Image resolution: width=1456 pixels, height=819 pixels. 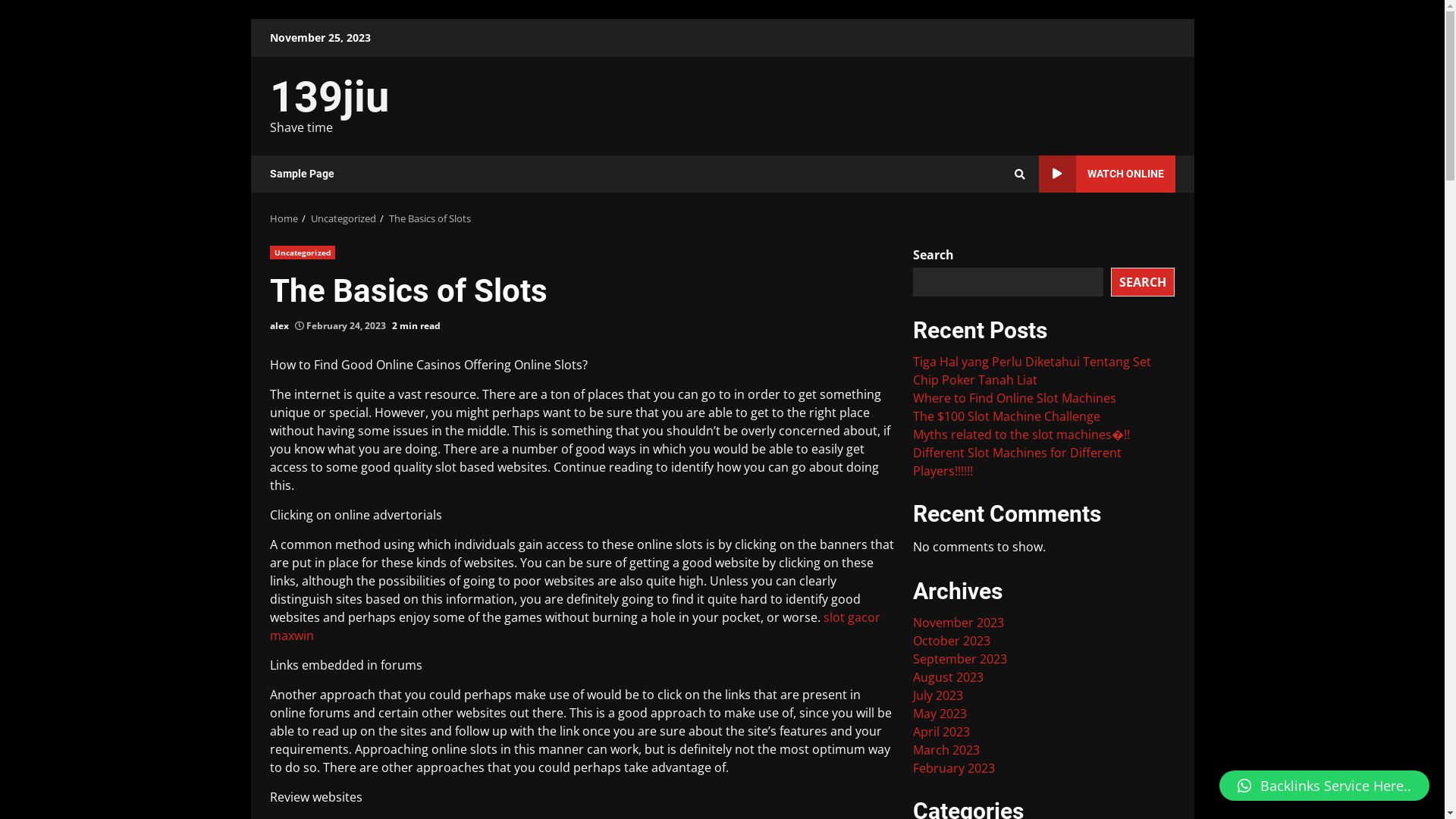 What do you see at coordinates (959, 657) in the screenshot?
I see `'September 2023'` at bounding box center [959, 657].